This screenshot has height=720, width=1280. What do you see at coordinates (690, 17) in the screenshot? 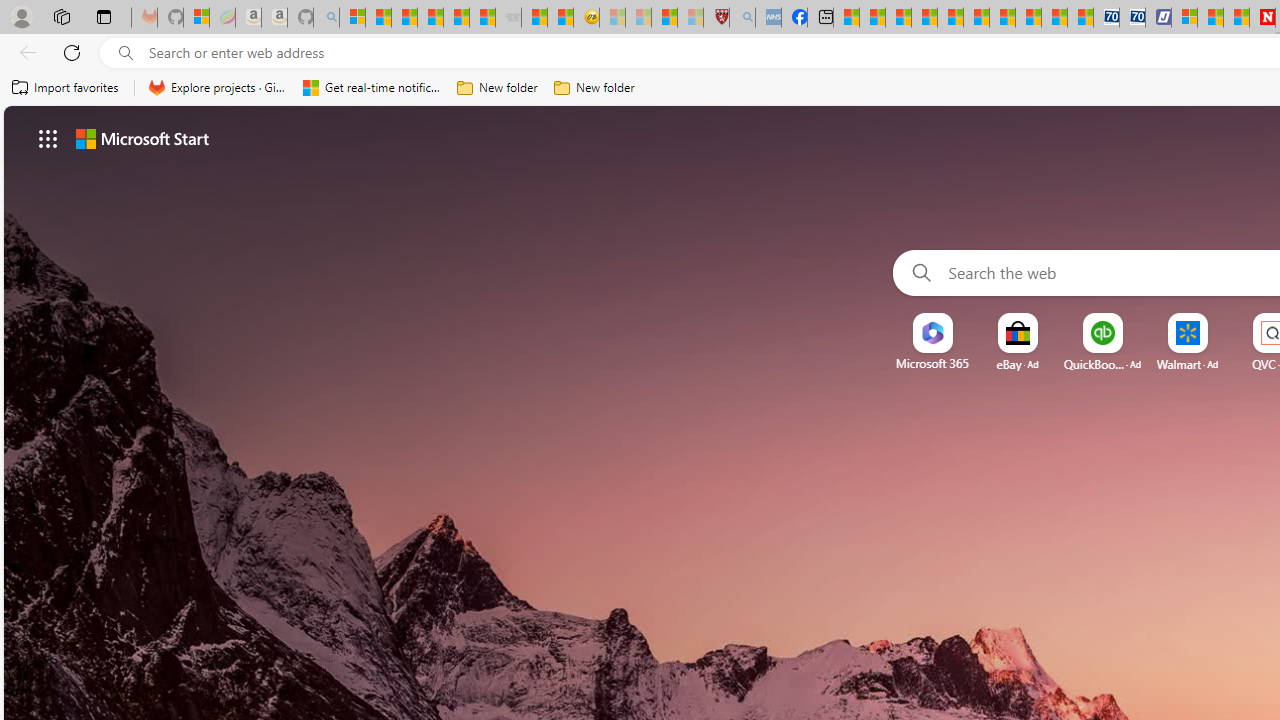
I see `'12 Popular Science Lies that Must be Corrected - Sleeping'` at bounding box center [690, 17].